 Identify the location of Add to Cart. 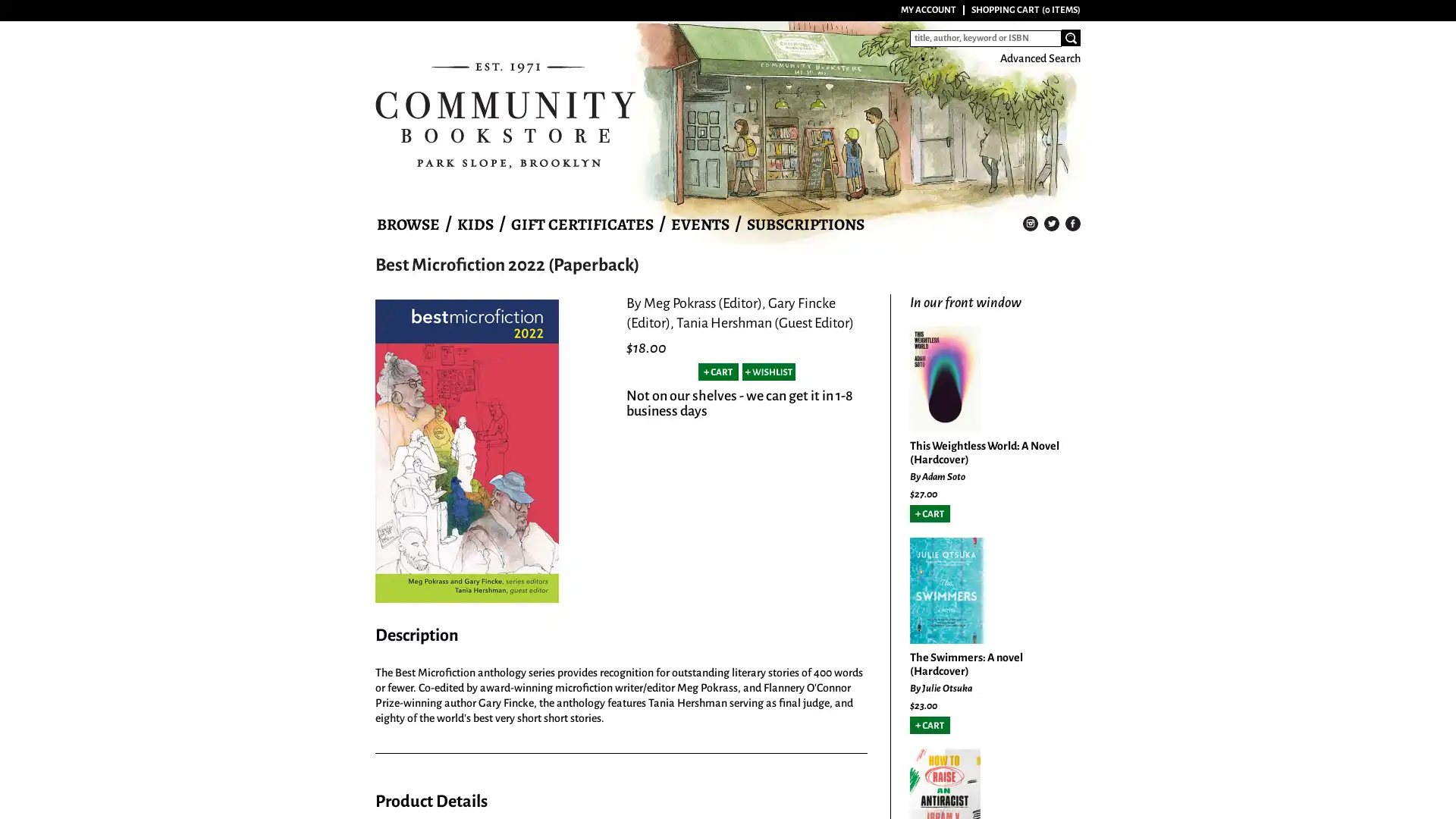
(929, 724).